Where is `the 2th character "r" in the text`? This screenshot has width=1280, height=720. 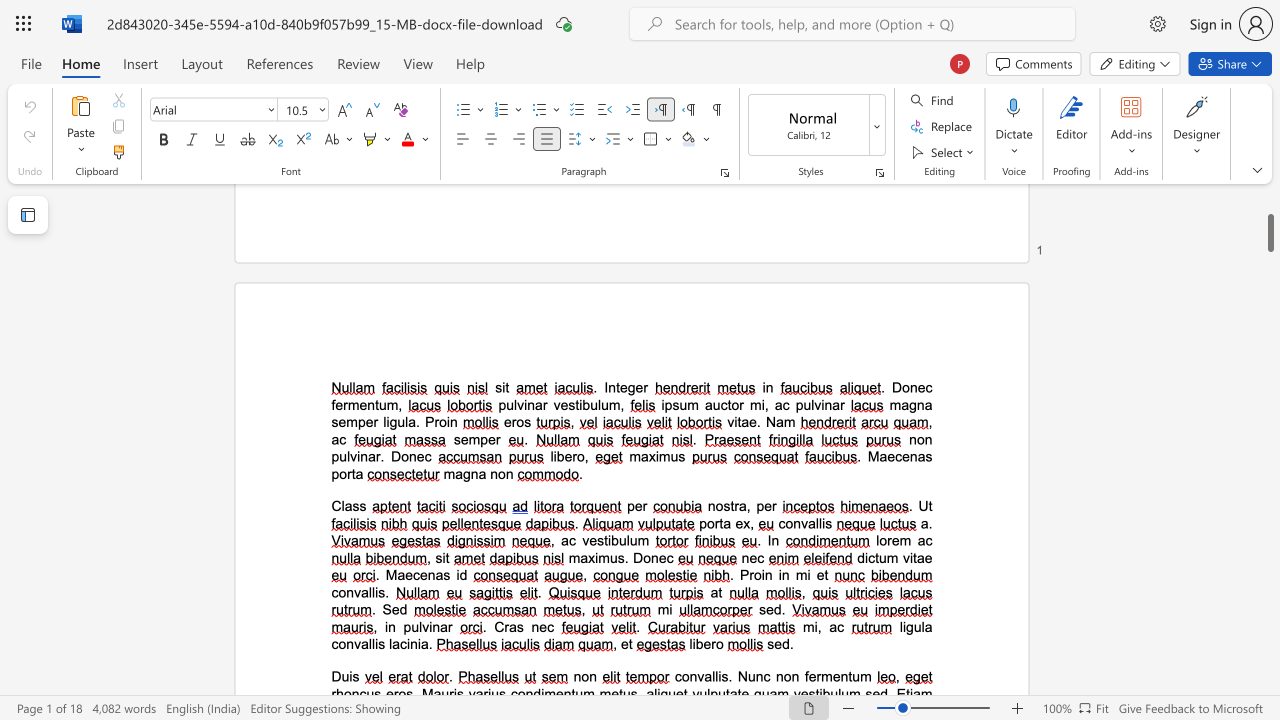 the 2th character "r" in the text is located at coordinates (773, 505).